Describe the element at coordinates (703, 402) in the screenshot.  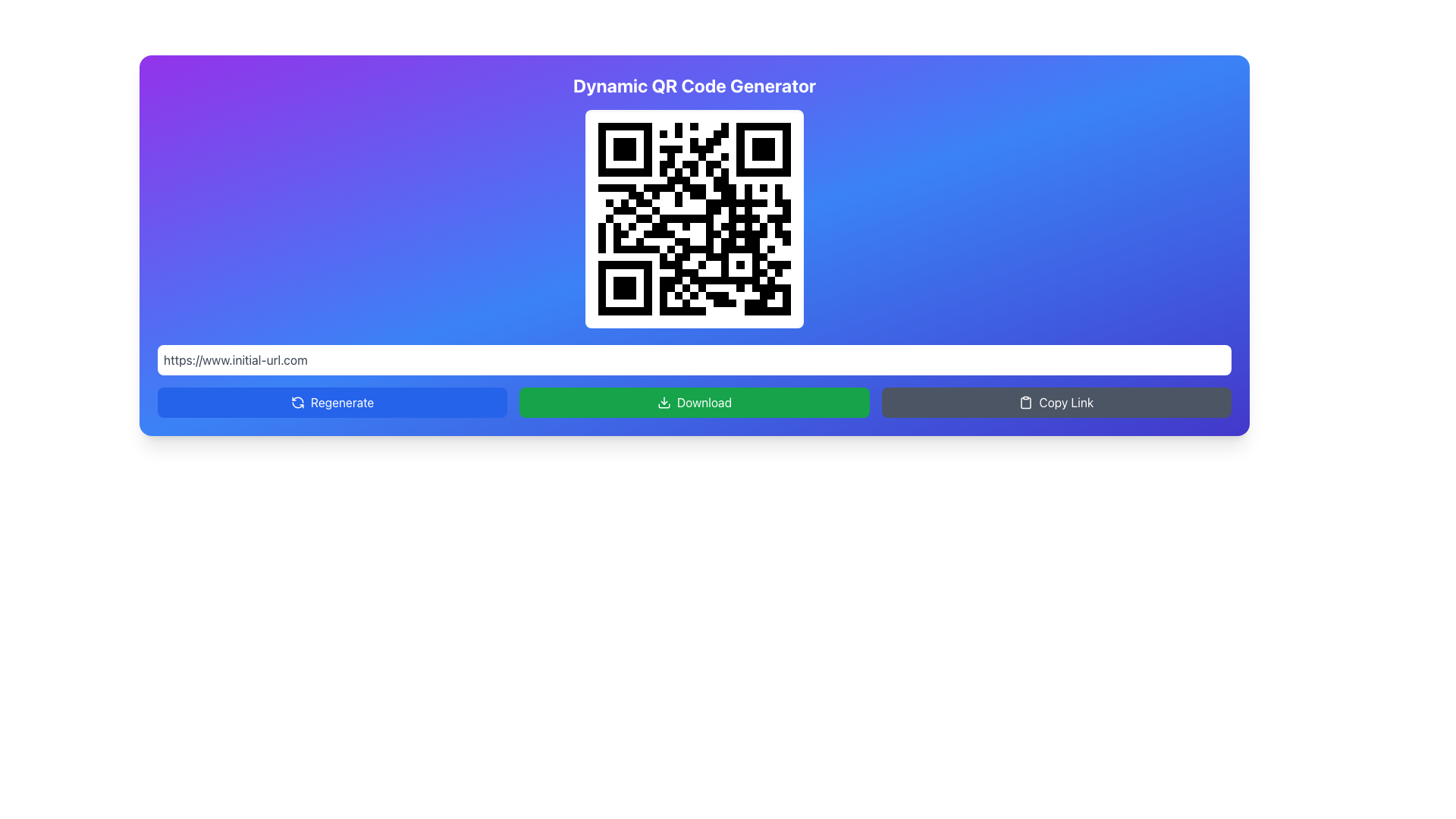
I see `the 'Download' text label which is styled in white font on a green rectangular button, located at the center of the button area` at that location.